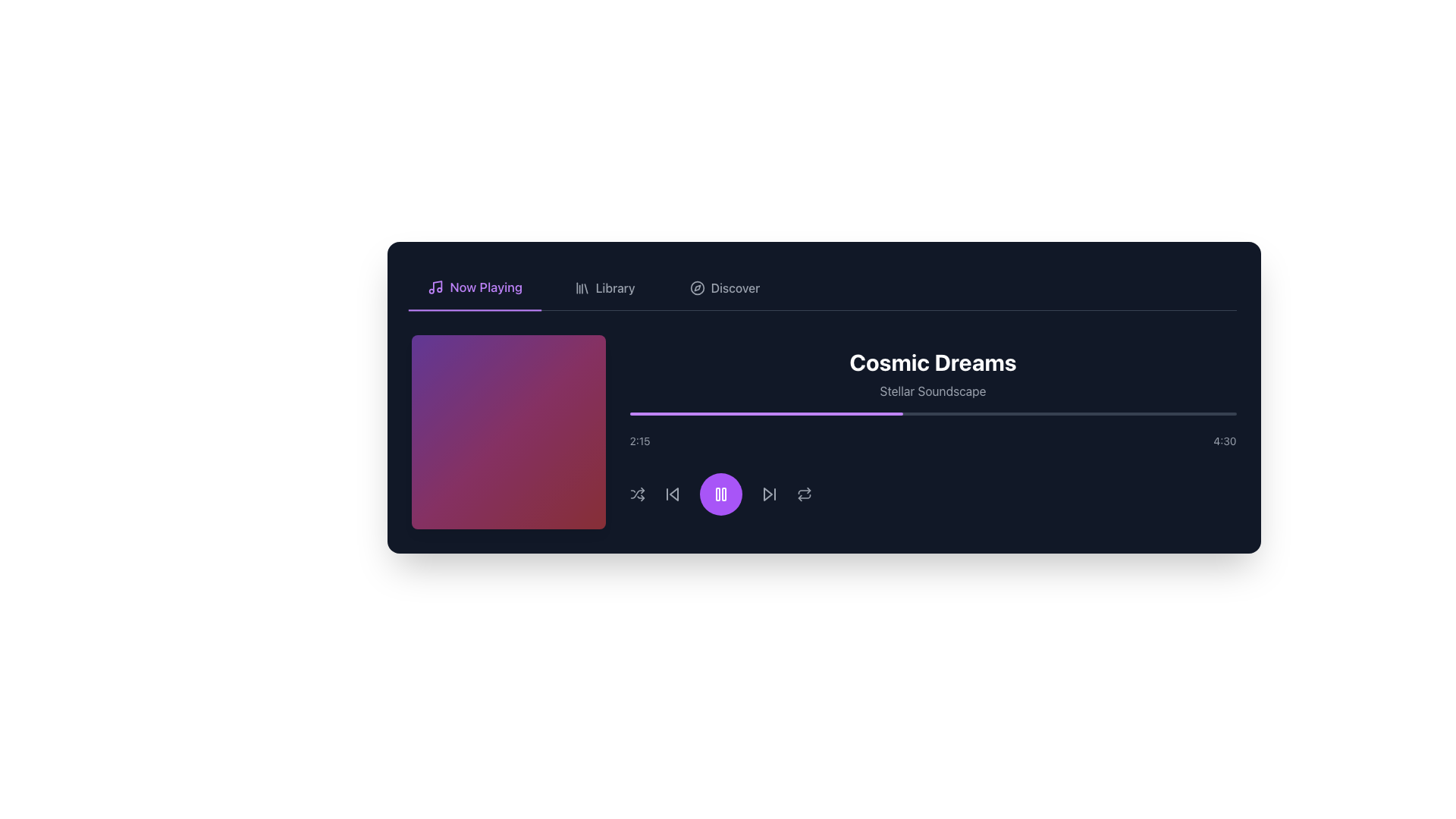 This screenshot has height=819, width=1456. I want to click on the skip-forward button, which is the fourth button from the left in the audio control sequence, so click(769, 494).